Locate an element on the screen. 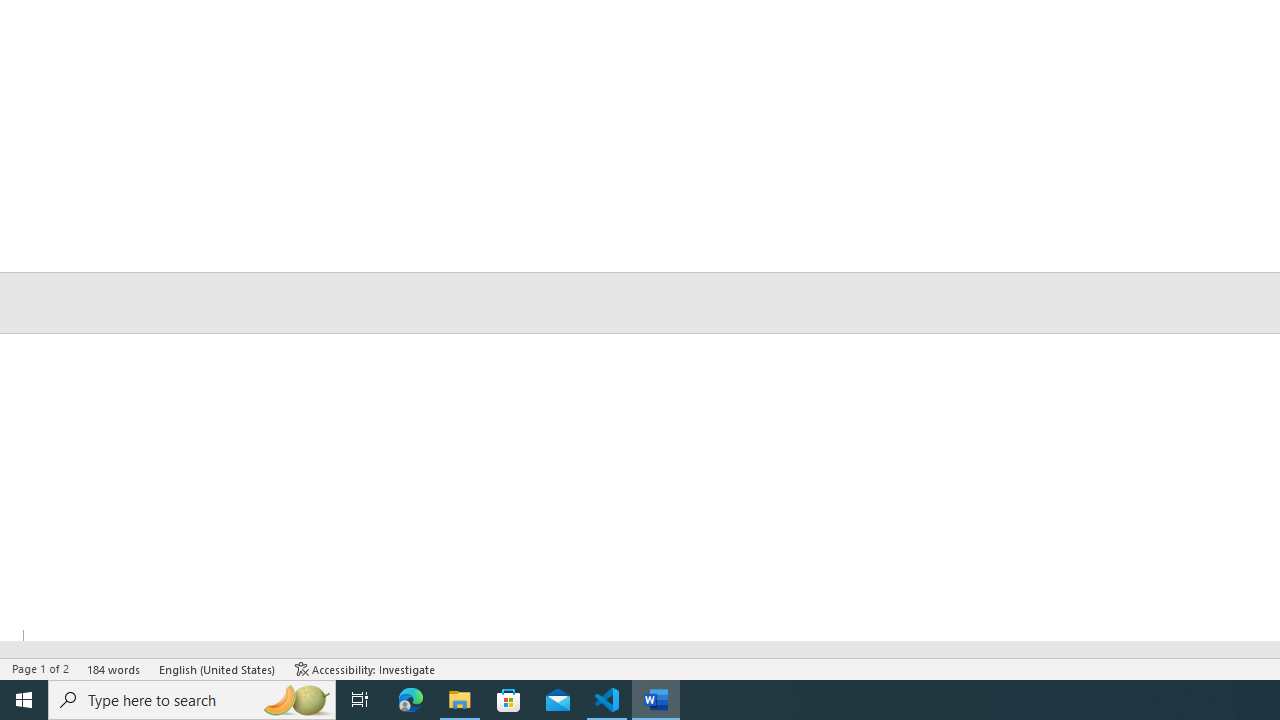  'Page Number Page 1 of 2' is located at coordinates (40, 669).